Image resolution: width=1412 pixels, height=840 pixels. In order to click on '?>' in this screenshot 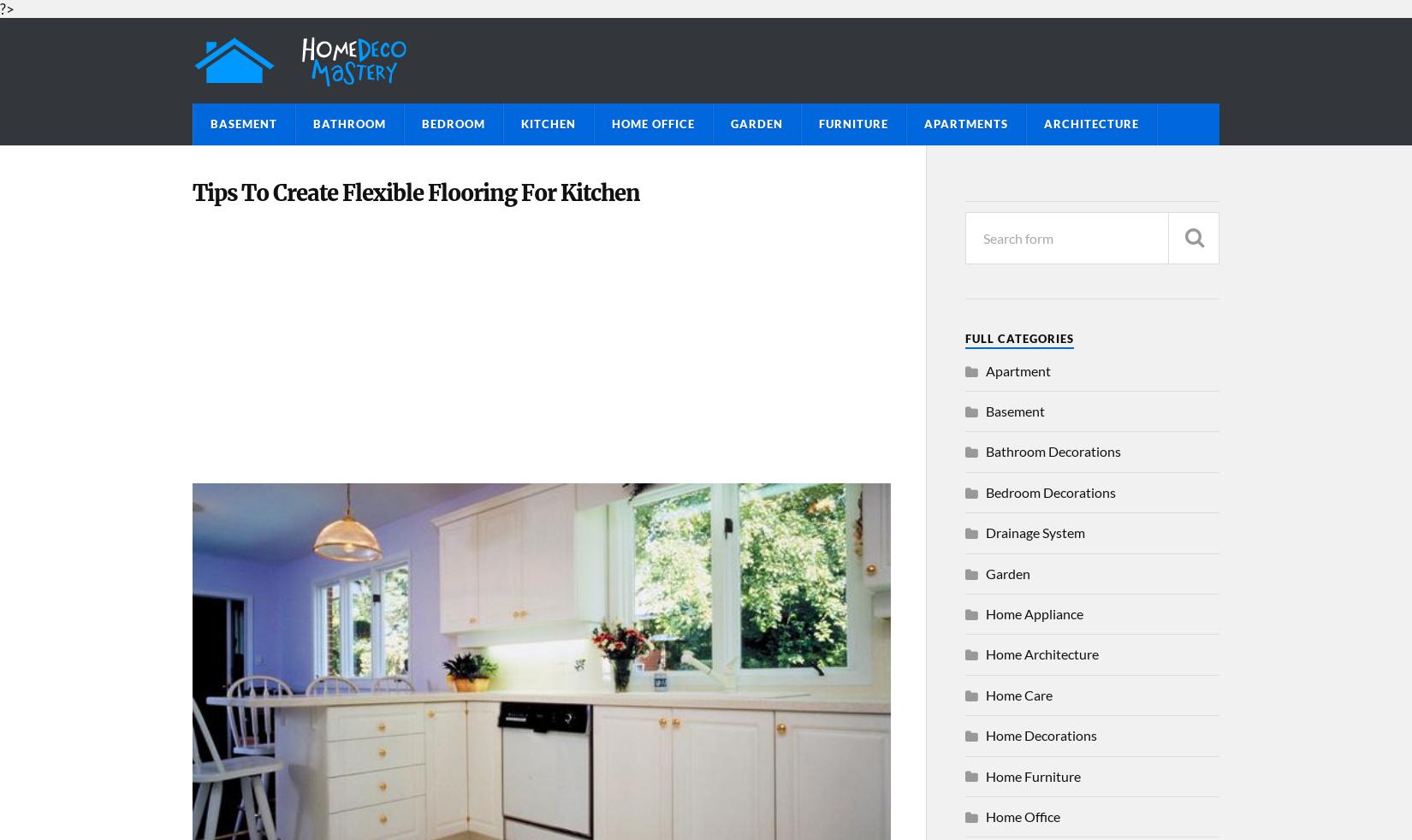, I will do `click(7, 8)`.